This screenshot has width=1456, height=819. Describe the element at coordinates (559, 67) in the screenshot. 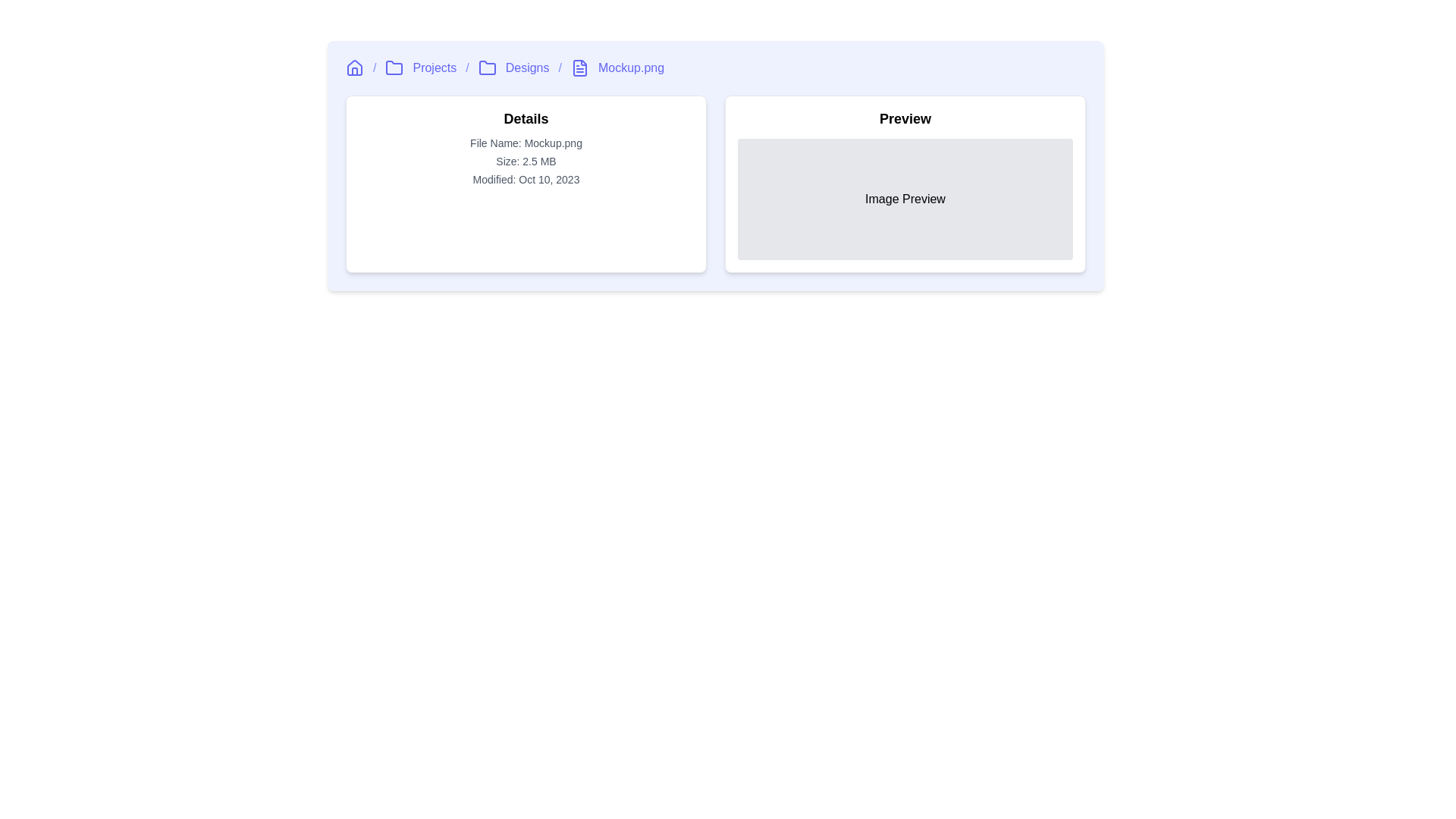

I see `the '/' character in the breadcrumb navigation, which separates the 'Designs' folder and 'Mockup.png' file, indicating the fourth occurrence of this character` at that location.